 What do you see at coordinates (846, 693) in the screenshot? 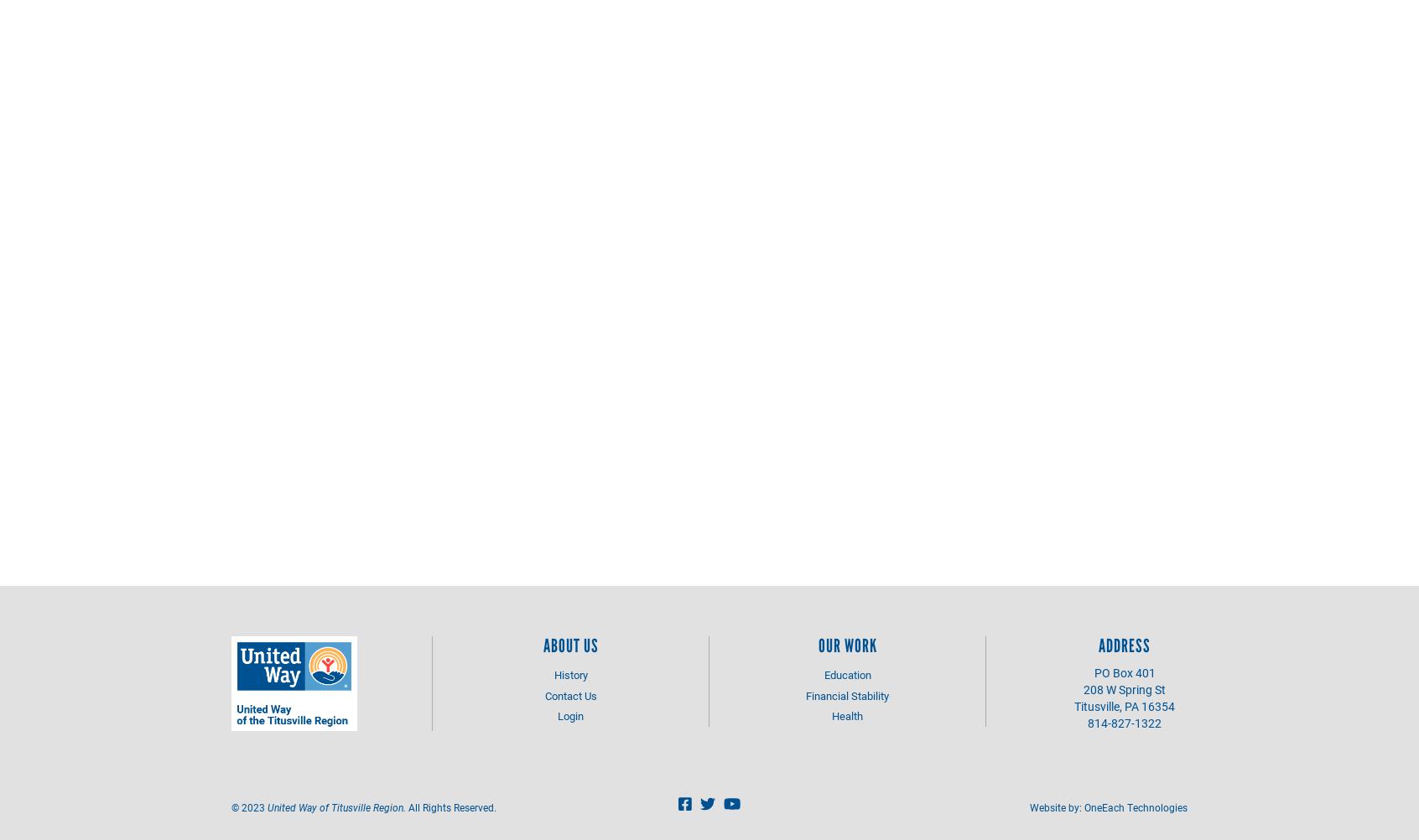
I see `'Financial Stability'` at bounding box center [846, 693].